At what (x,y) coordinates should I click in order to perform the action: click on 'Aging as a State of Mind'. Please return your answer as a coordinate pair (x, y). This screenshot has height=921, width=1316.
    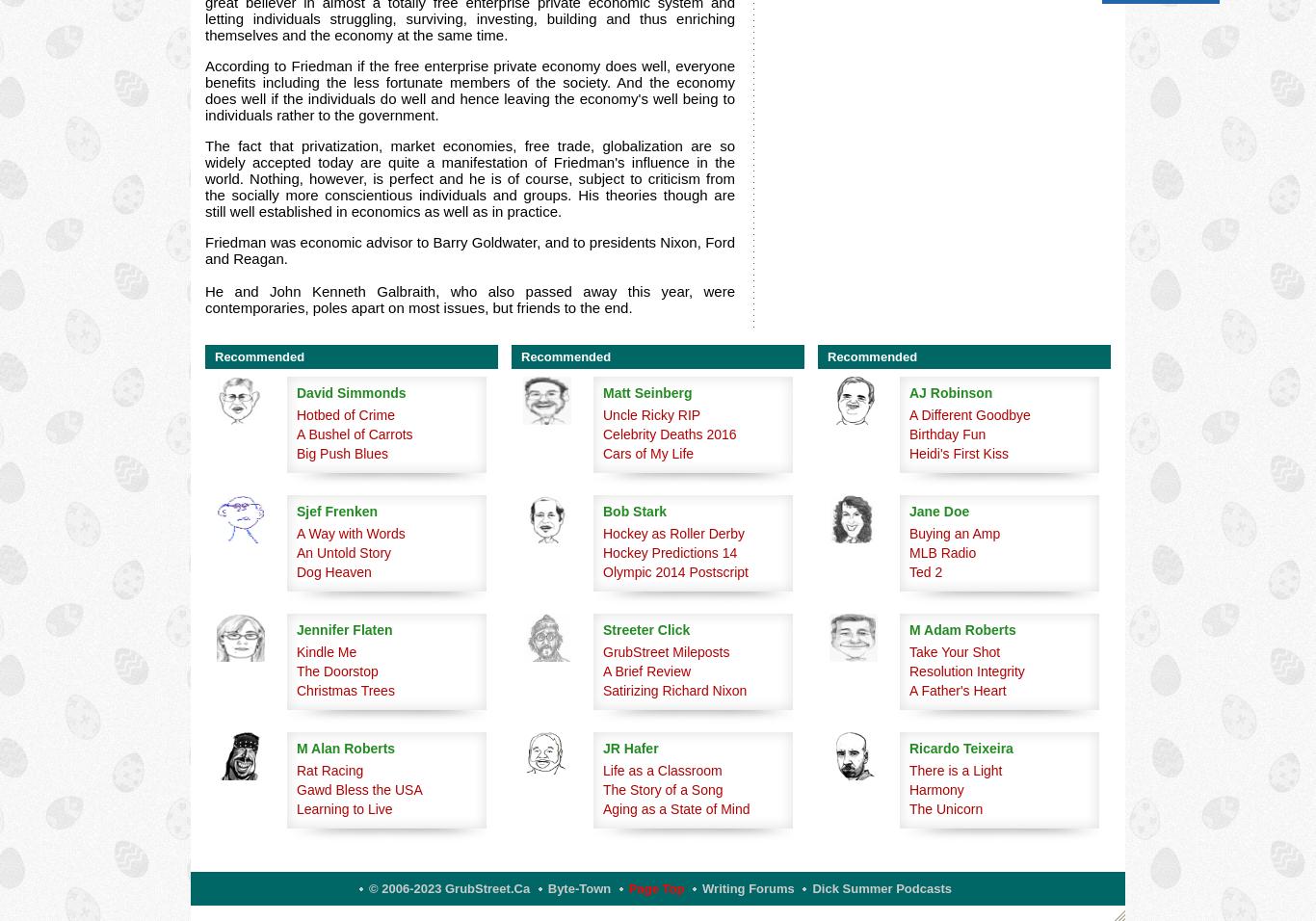
    Looking at the image, I should click on (675, 809).